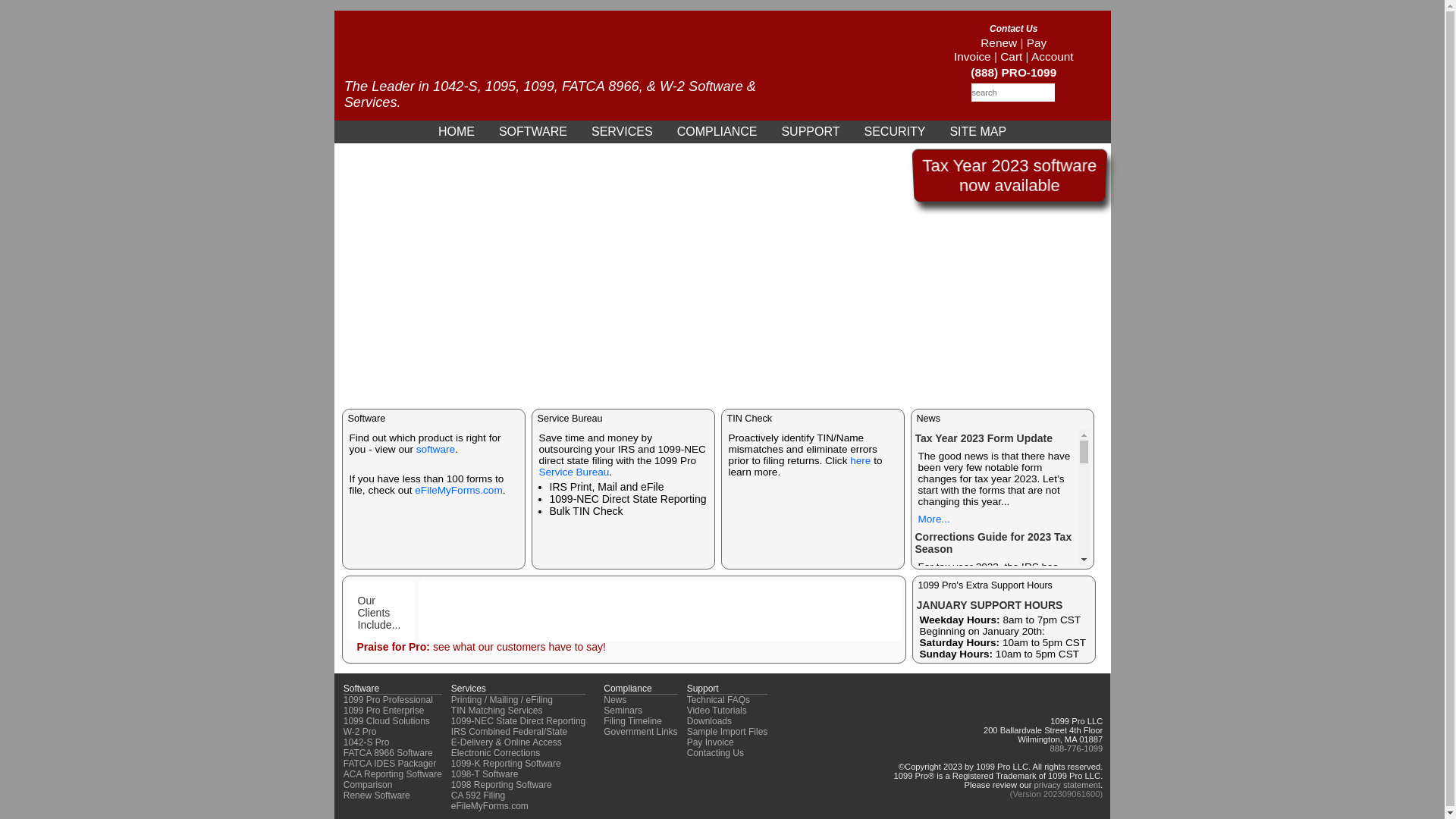 This screenshot has width=1456, height=819. What do you see at coordinates (1013, 72) in the screenshot?
I see `'(888) PRO-1099'` at bounding box center [1013, 72].